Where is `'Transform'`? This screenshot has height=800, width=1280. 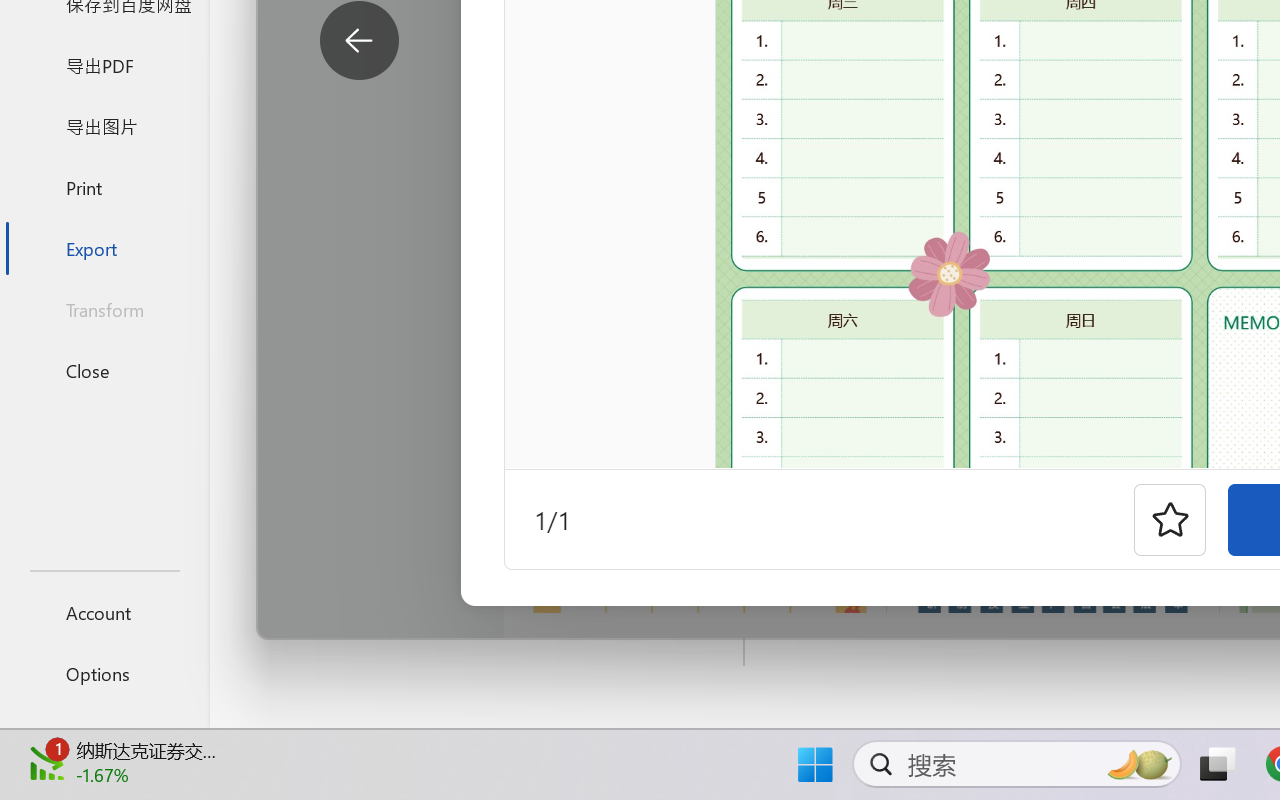 'Transform' is located at coordinates (103, 308).